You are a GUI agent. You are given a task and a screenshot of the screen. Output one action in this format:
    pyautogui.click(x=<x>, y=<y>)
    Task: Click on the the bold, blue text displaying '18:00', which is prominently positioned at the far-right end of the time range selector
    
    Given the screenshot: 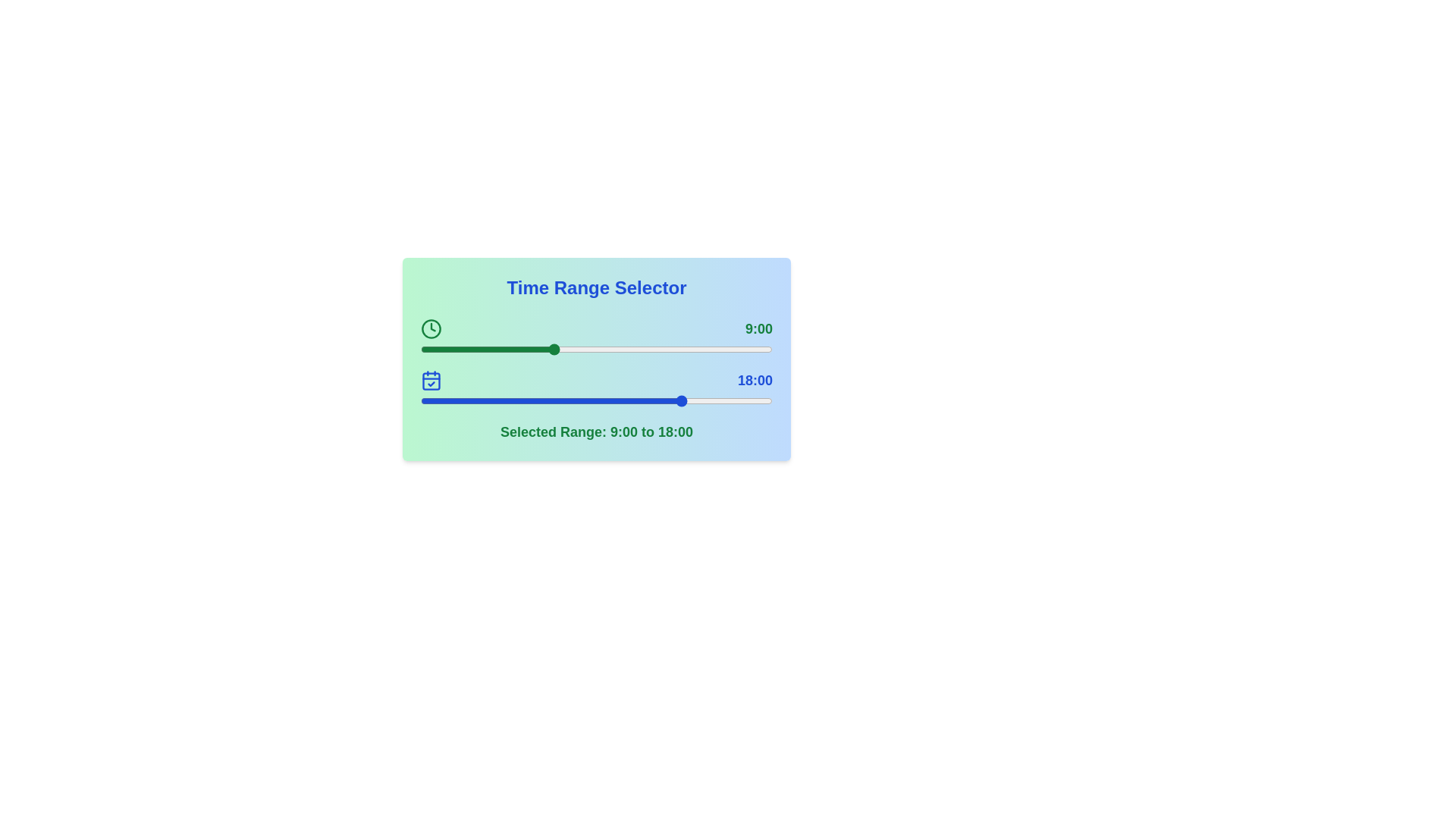 What is the action you would take?
    pyautogui.click(x=755, y=379)
    